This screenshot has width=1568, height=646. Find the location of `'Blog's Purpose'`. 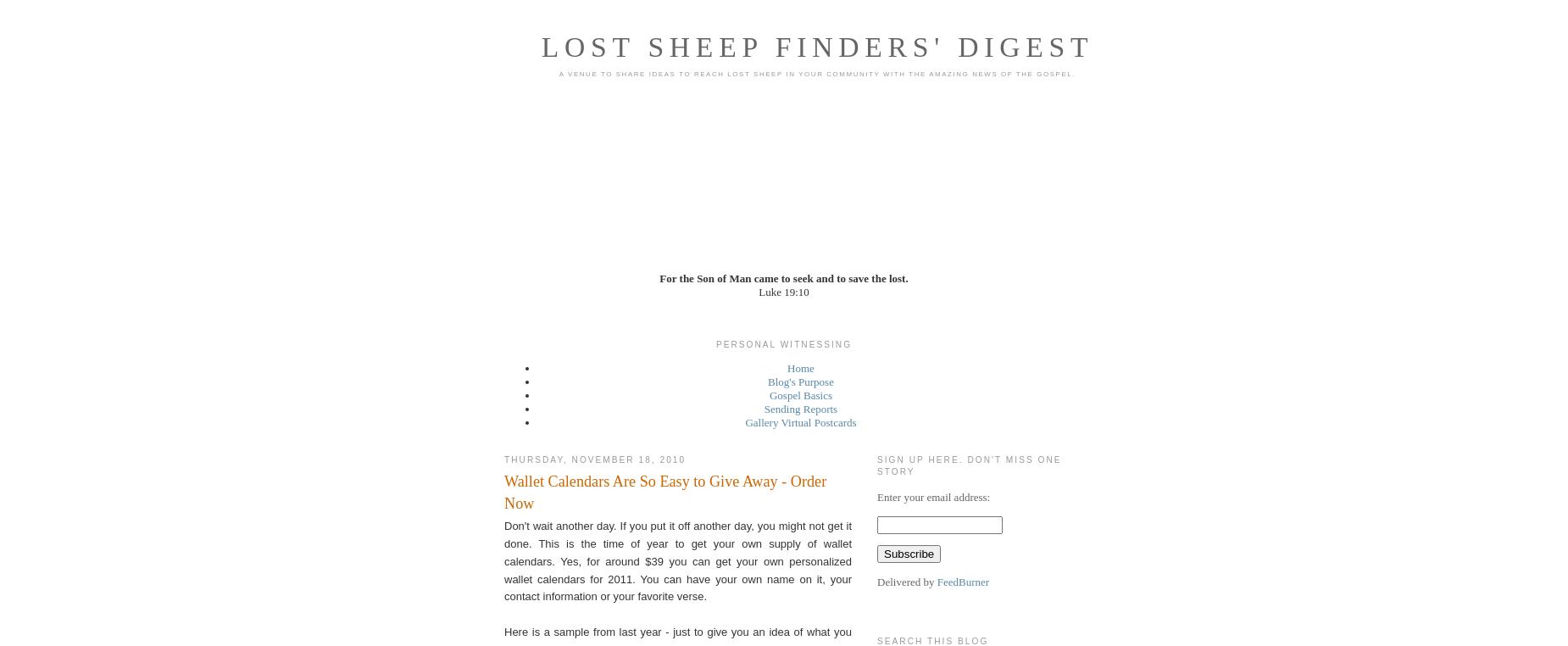

'Blog's Purpose' is located at coordinates (799, 381).